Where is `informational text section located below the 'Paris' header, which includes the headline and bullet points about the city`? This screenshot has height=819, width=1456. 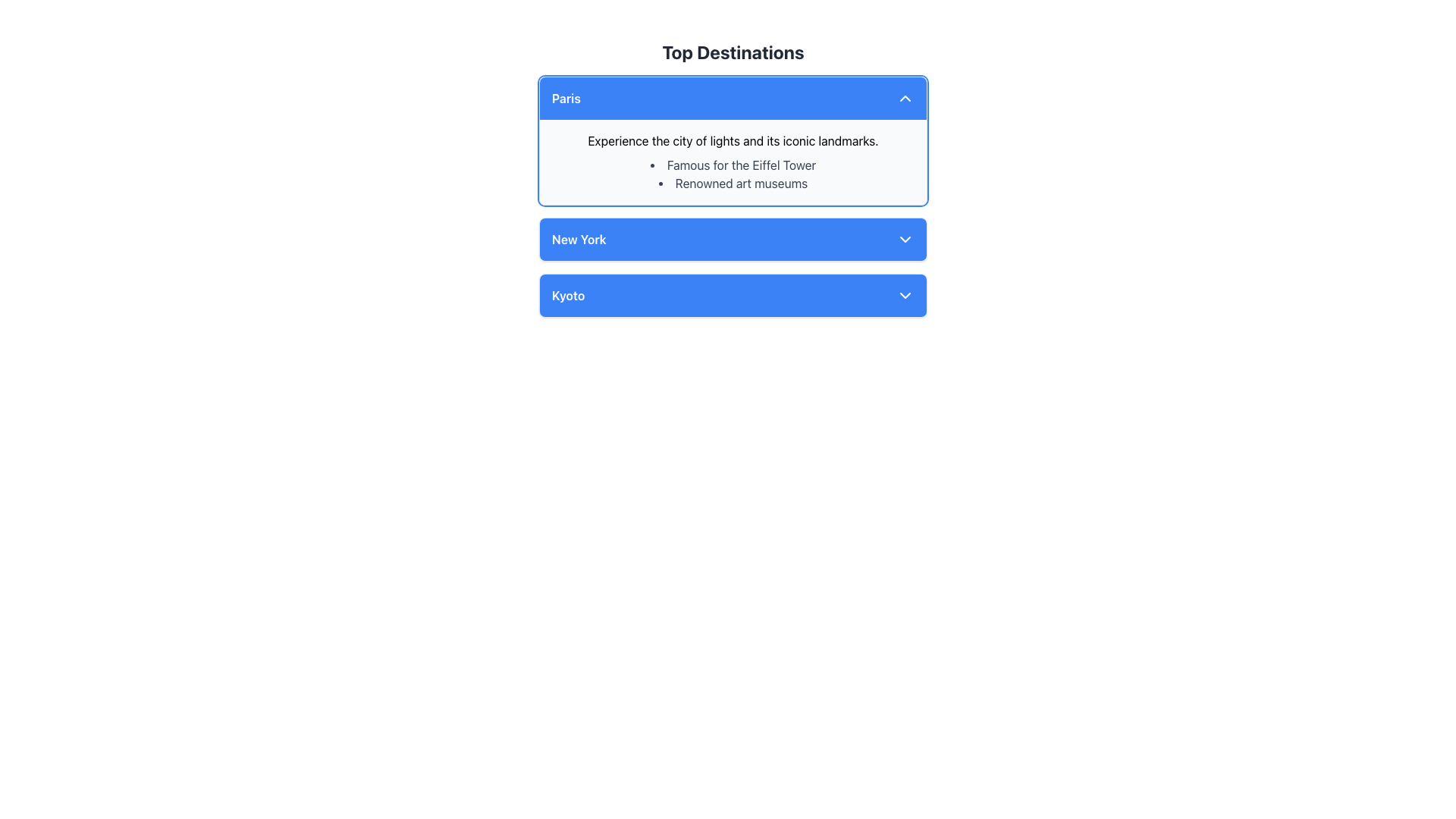 informational text section located below the 'Paris' header, which includes the headline and bullet points about the city is located at coordinates (733, 162).